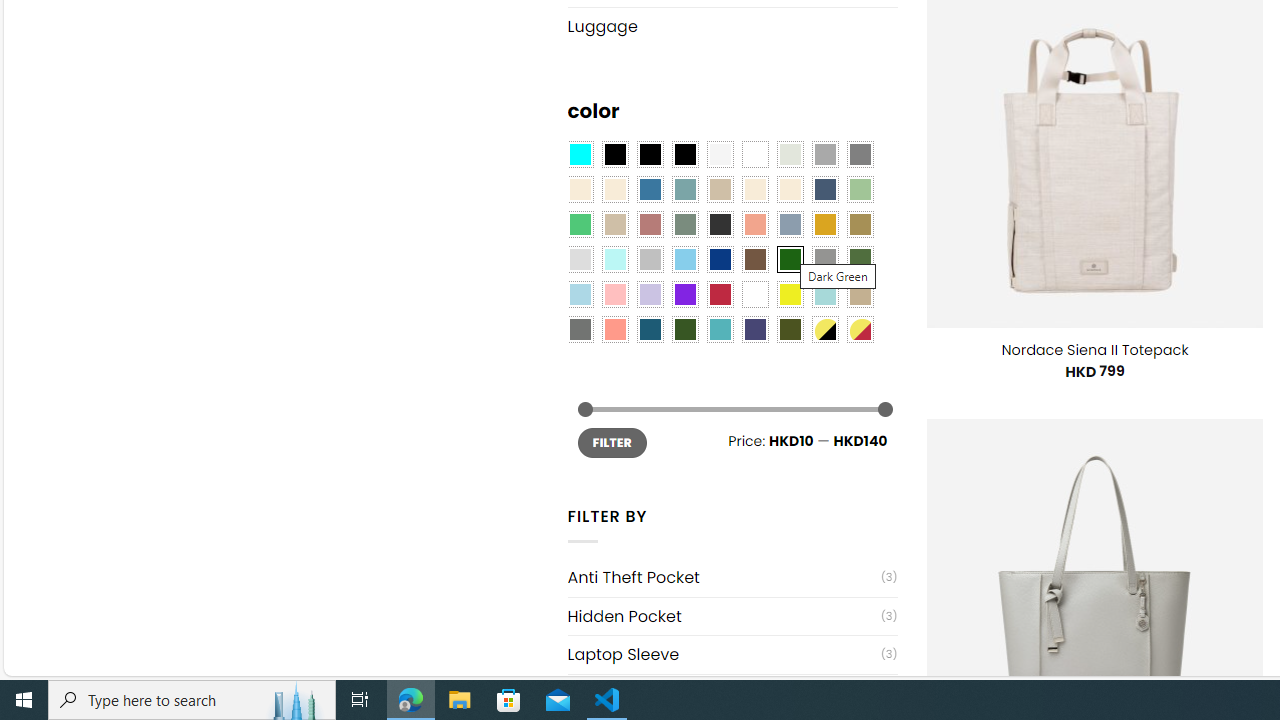 The width and height of the screenshot is (1280, 720). Describe the element at coordinates (650, 225) in the screenshot. I see `'Rose'` at that location.